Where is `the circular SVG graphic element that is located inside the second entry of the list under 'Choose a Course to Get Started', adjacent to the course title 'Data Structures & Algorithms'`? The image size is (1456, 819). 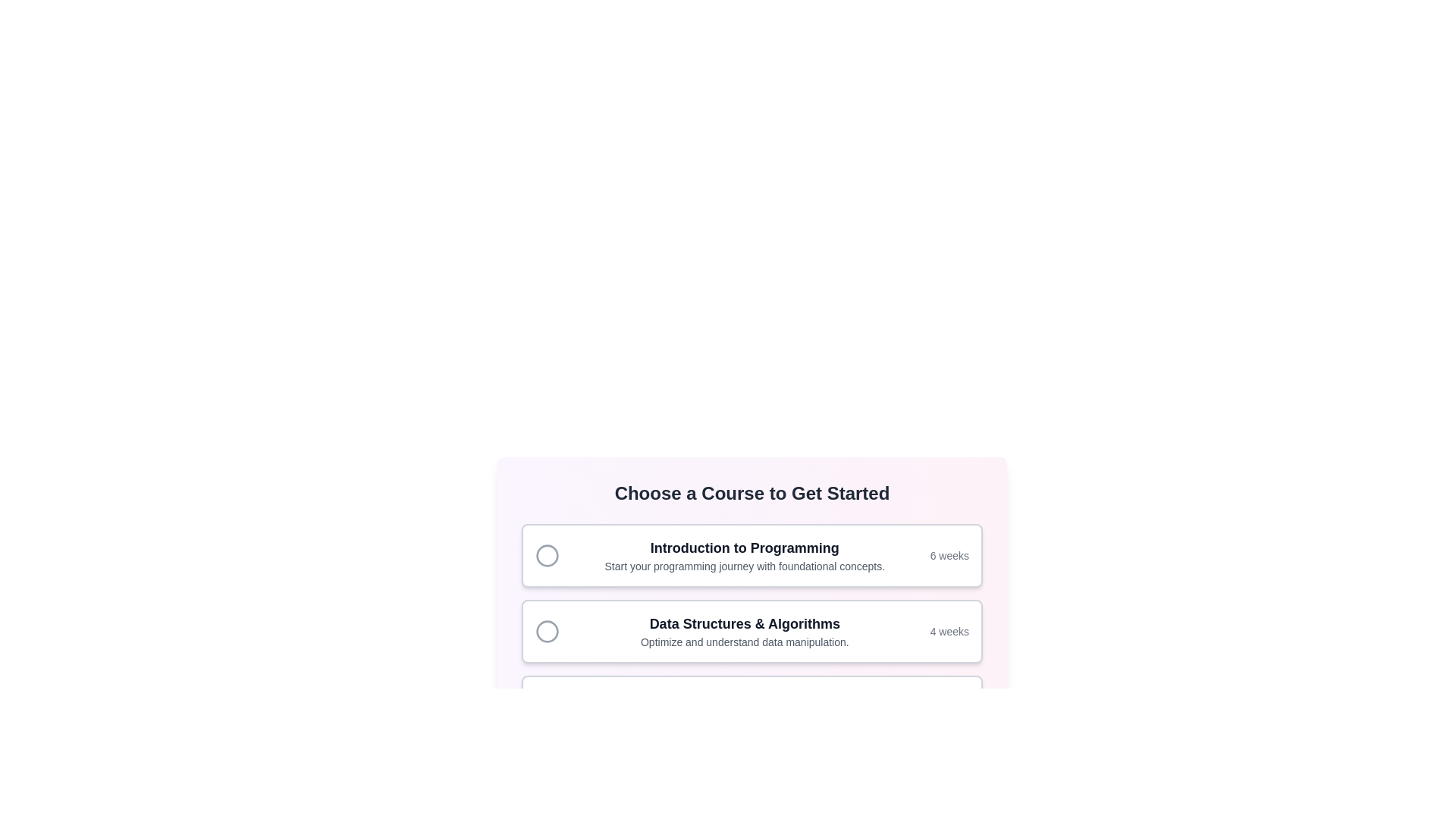
the circular SVG graphic element that is located inside the second entry of the list under 'Choose a Course to Get Started', adjacent to the course title 'Data Structures & Algorithms' is located at coordinates (546, 632).